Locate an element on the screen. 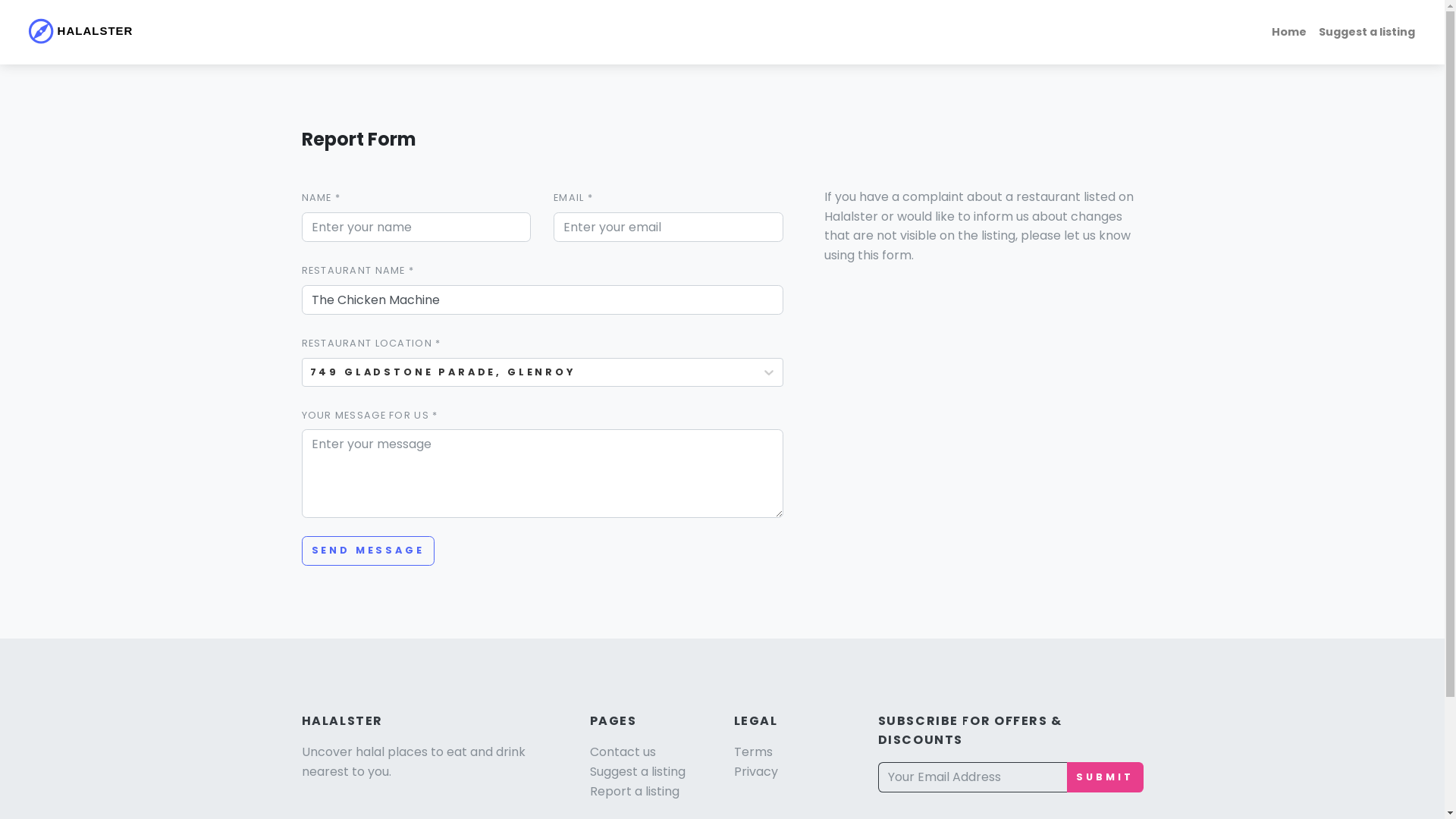 The width and height of the screenshot is (1456, 819). 'SUBMIT' is located at coordinates (1105, 777).